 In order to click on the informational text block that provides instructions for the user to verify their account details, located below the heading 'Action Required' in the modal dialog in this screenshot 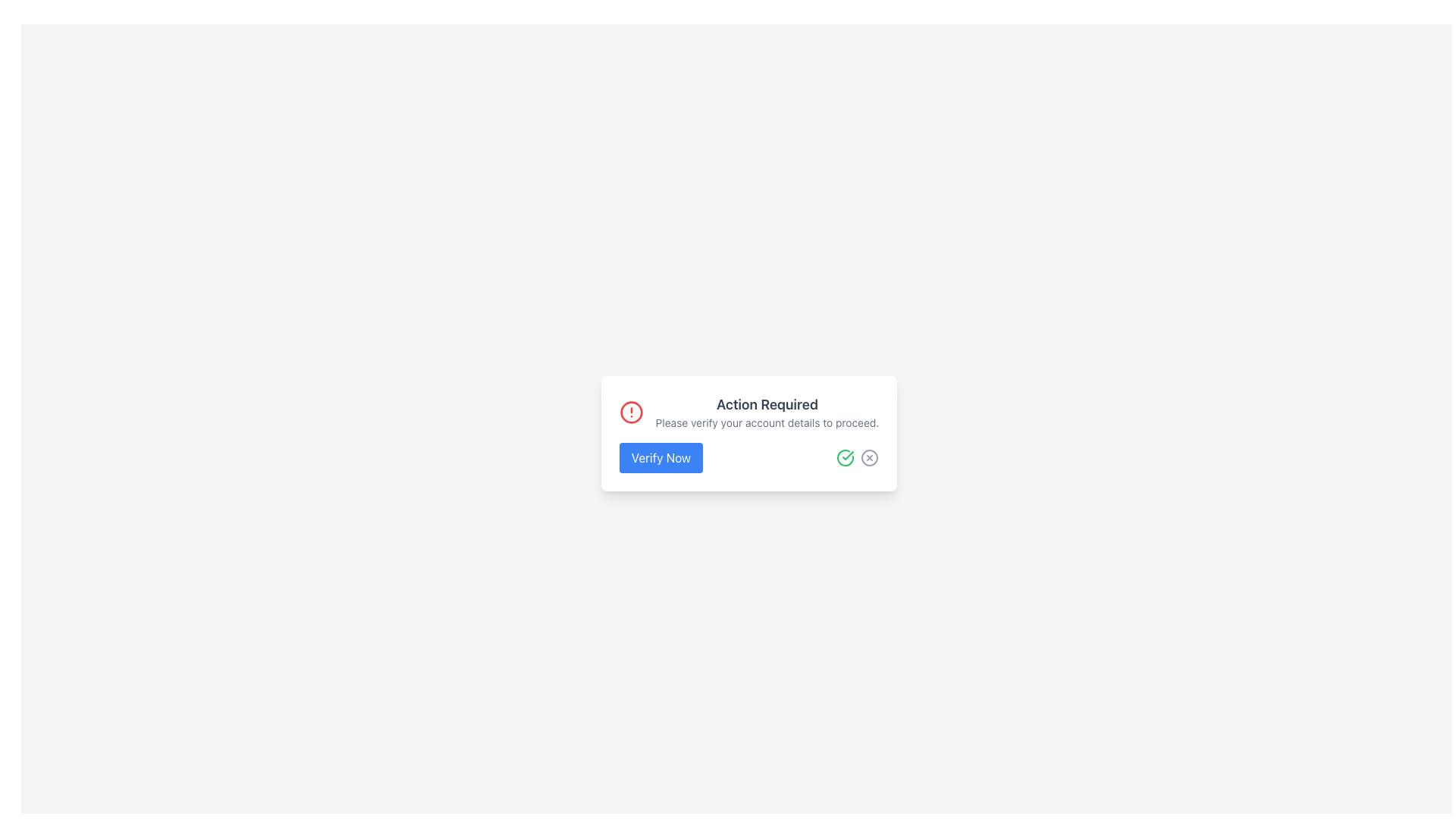, I will do `click(767, 423)`.